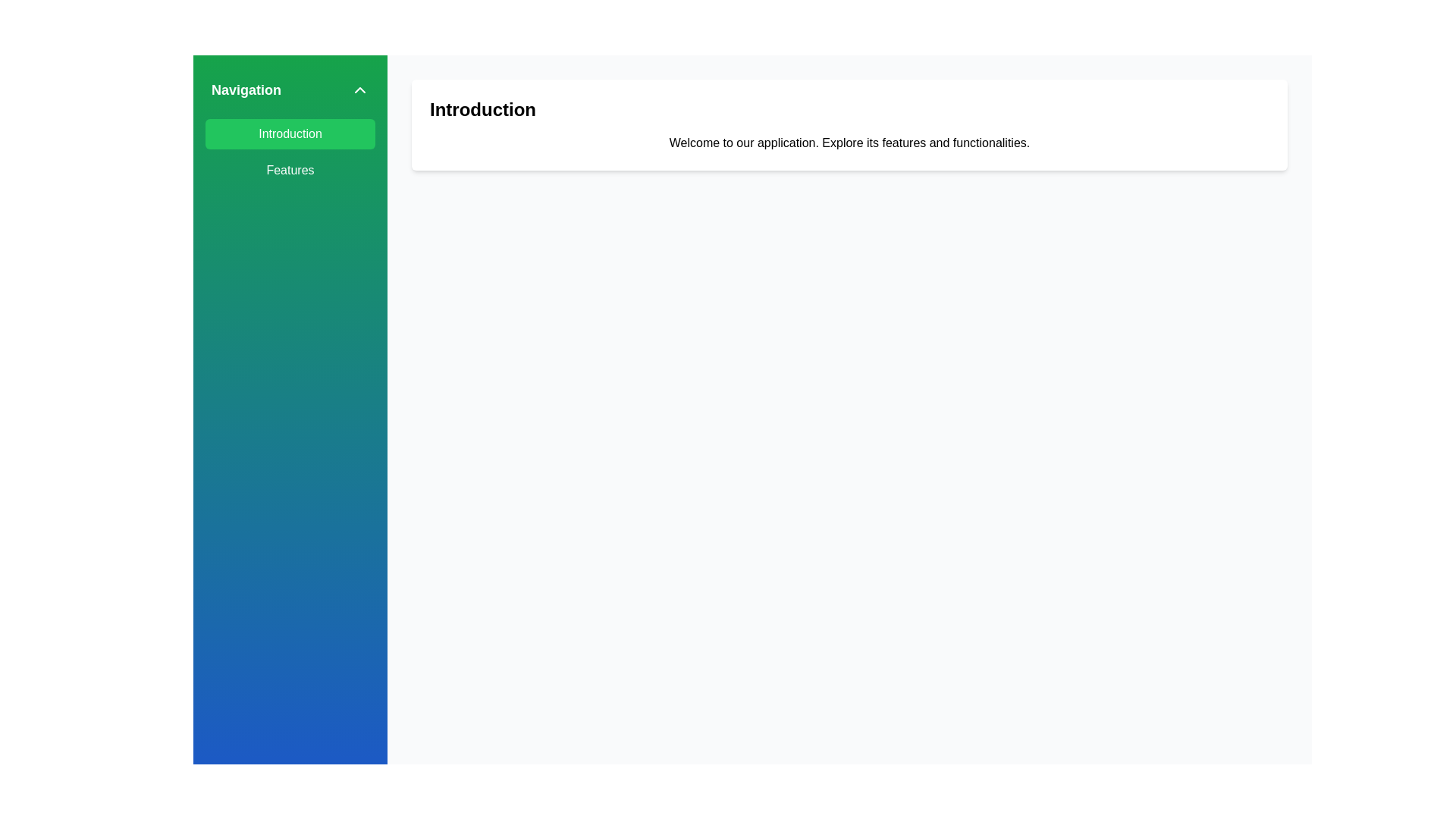 The image size is (1456, 819). I want to click on the 'Introduction' button, which is a green button with rounded corners located at the top of the vertical navigation menu on the left side of the interface, so click(290, 133).